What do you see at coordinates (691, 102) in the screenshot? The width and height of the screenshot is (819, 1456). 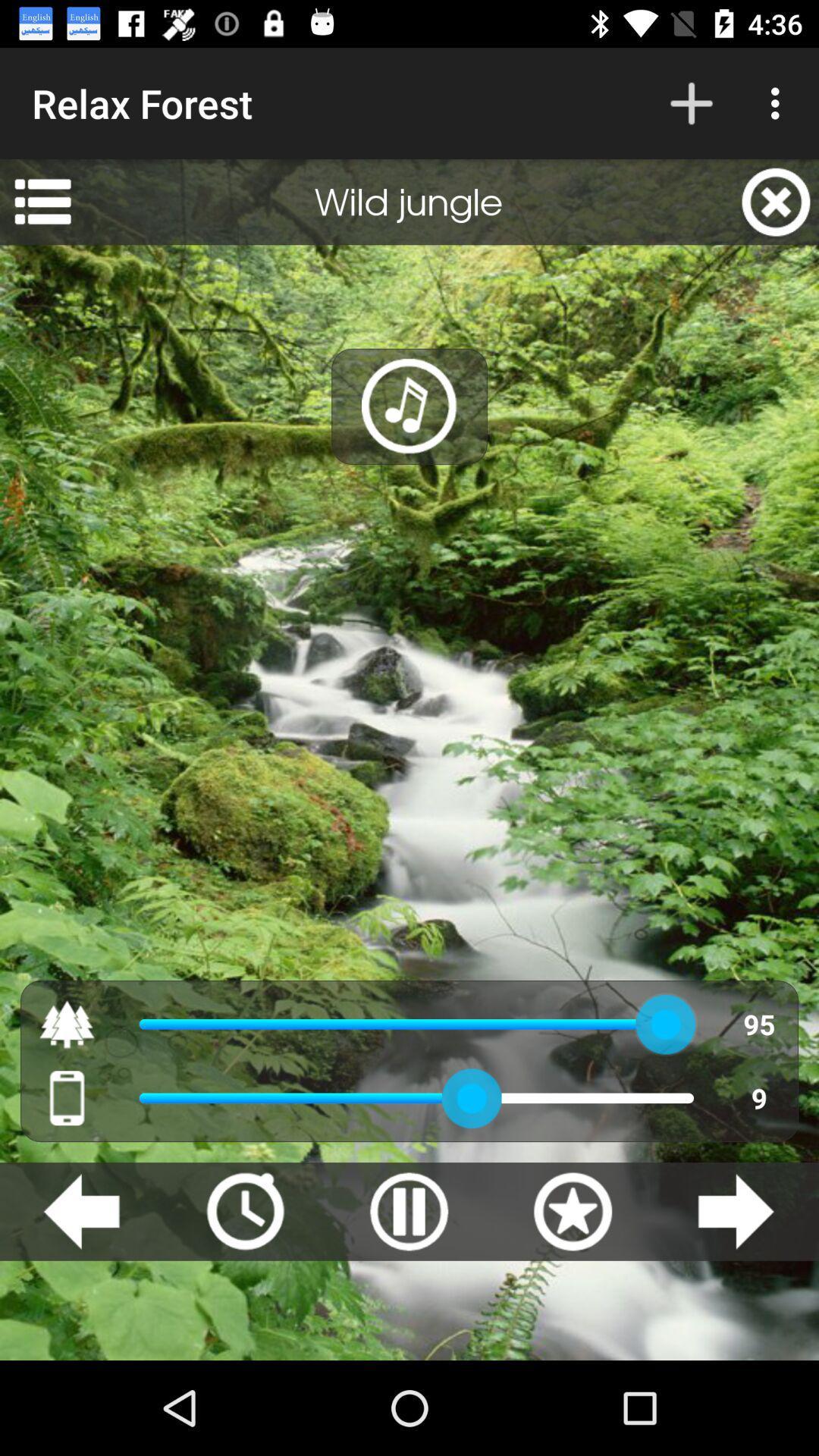 I see `icon next to relax forest icon` at bounding box center [691, 102].